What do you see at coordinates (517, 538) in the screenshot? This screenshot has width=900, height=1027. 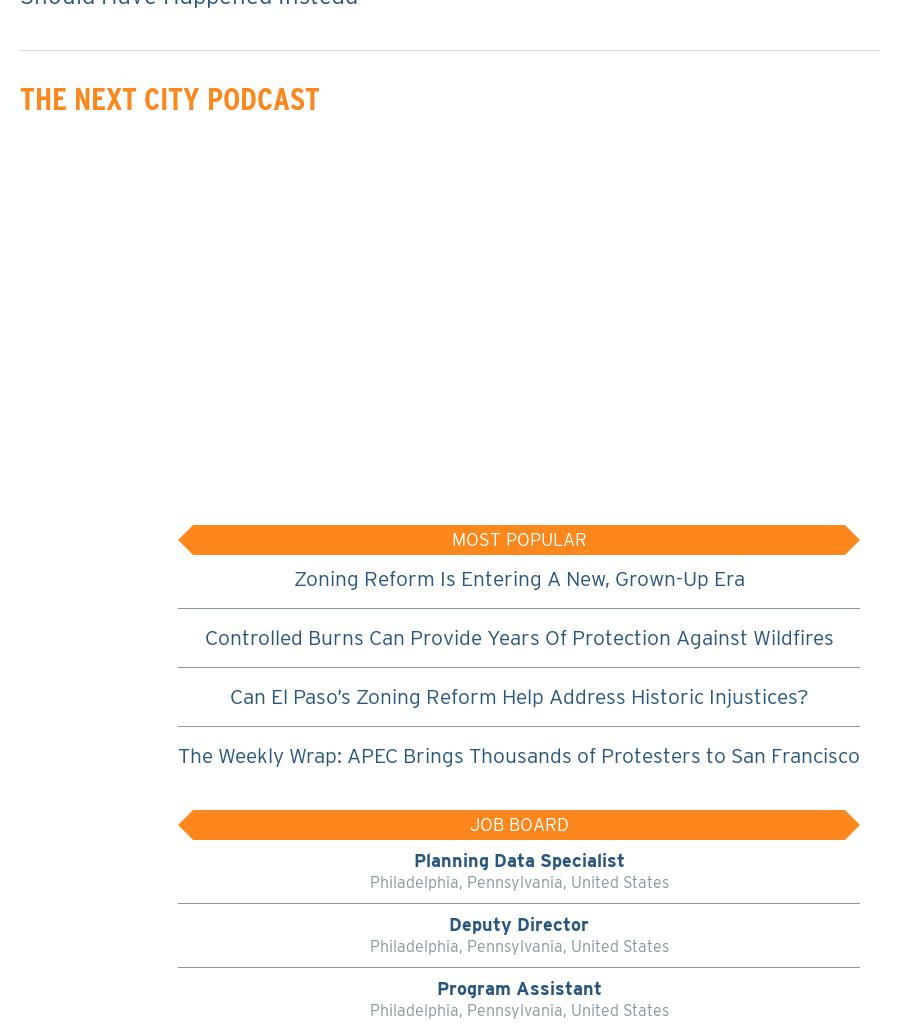 I see `'Most Popular'` at bounding box center [517, 538].